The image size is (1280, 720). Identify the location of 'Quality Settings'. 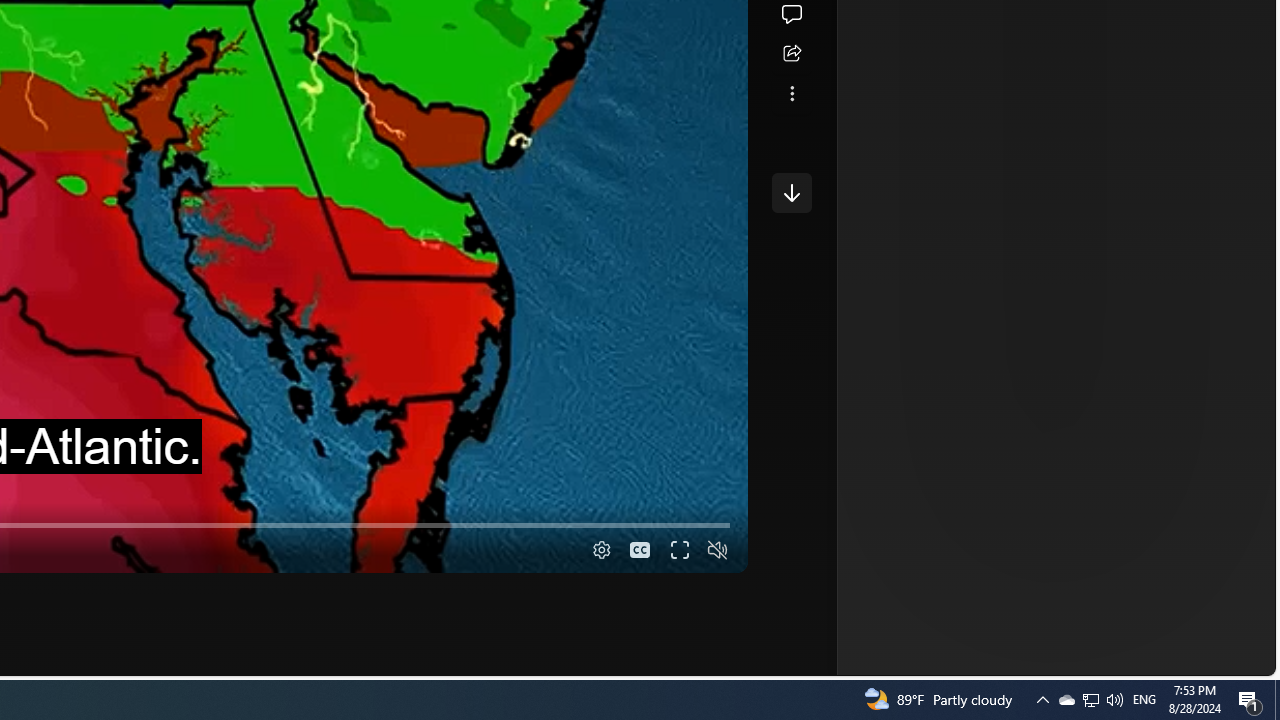
(598, 550).